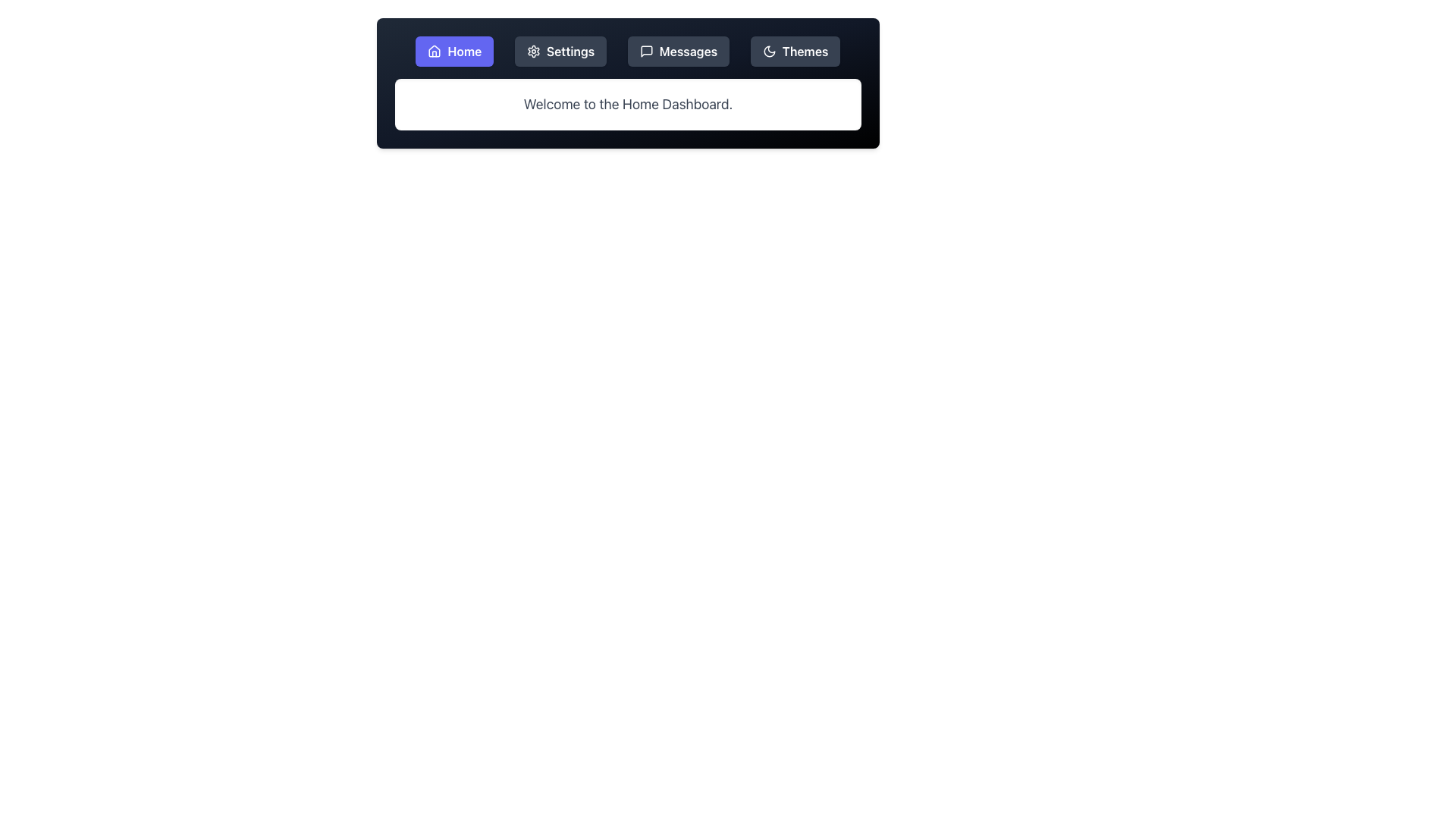  Describe the element at coordinates (434, 50) in the screenshot. I see `the home icon, which is a minimalist graphical representation of a house with a triangular roof and rectangular base, located within the 'Home' button of the navigation menu` at that location.